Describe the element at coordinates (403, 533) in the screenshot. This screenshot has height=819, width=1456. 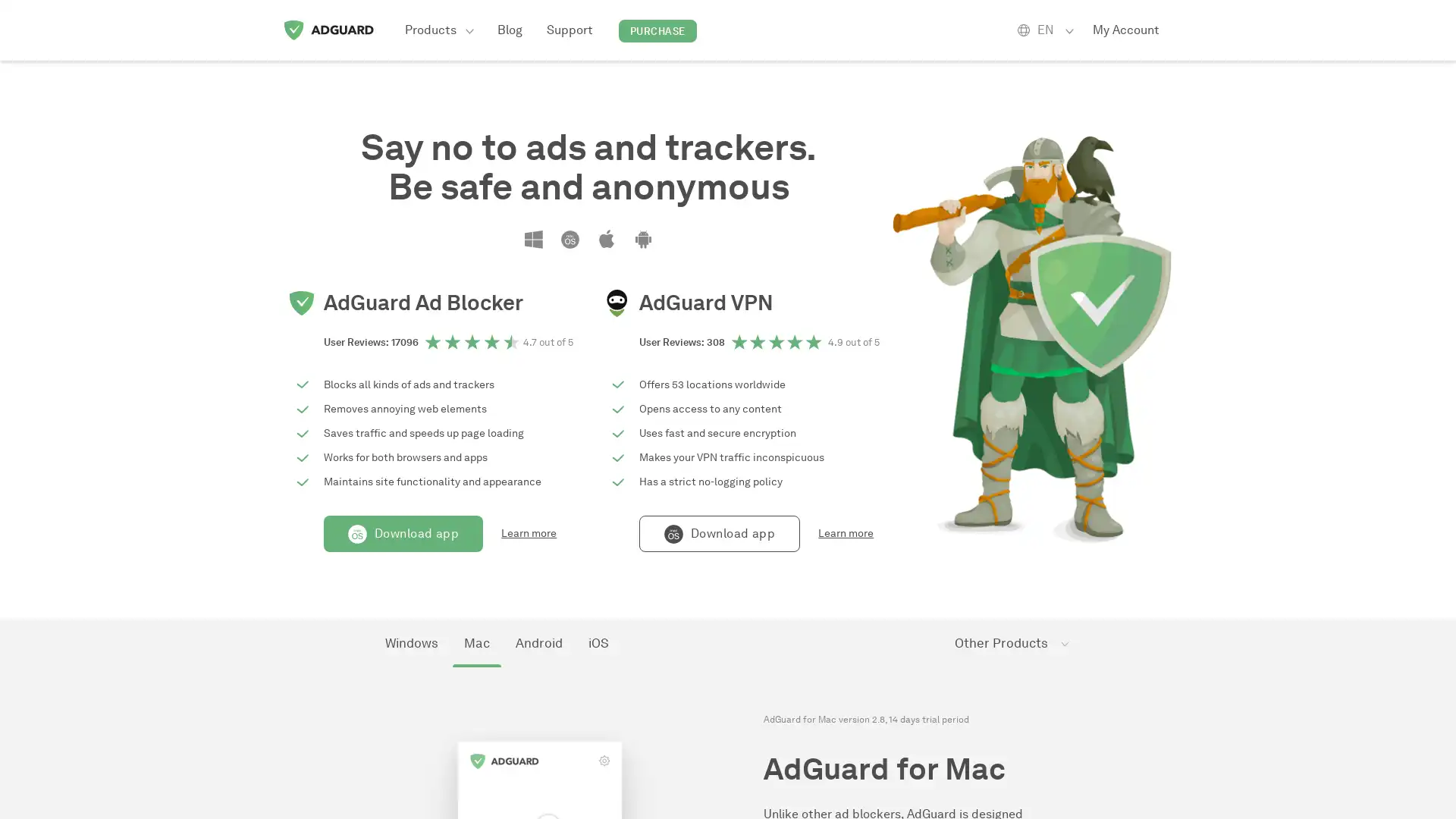
I see `Download app` at that location.